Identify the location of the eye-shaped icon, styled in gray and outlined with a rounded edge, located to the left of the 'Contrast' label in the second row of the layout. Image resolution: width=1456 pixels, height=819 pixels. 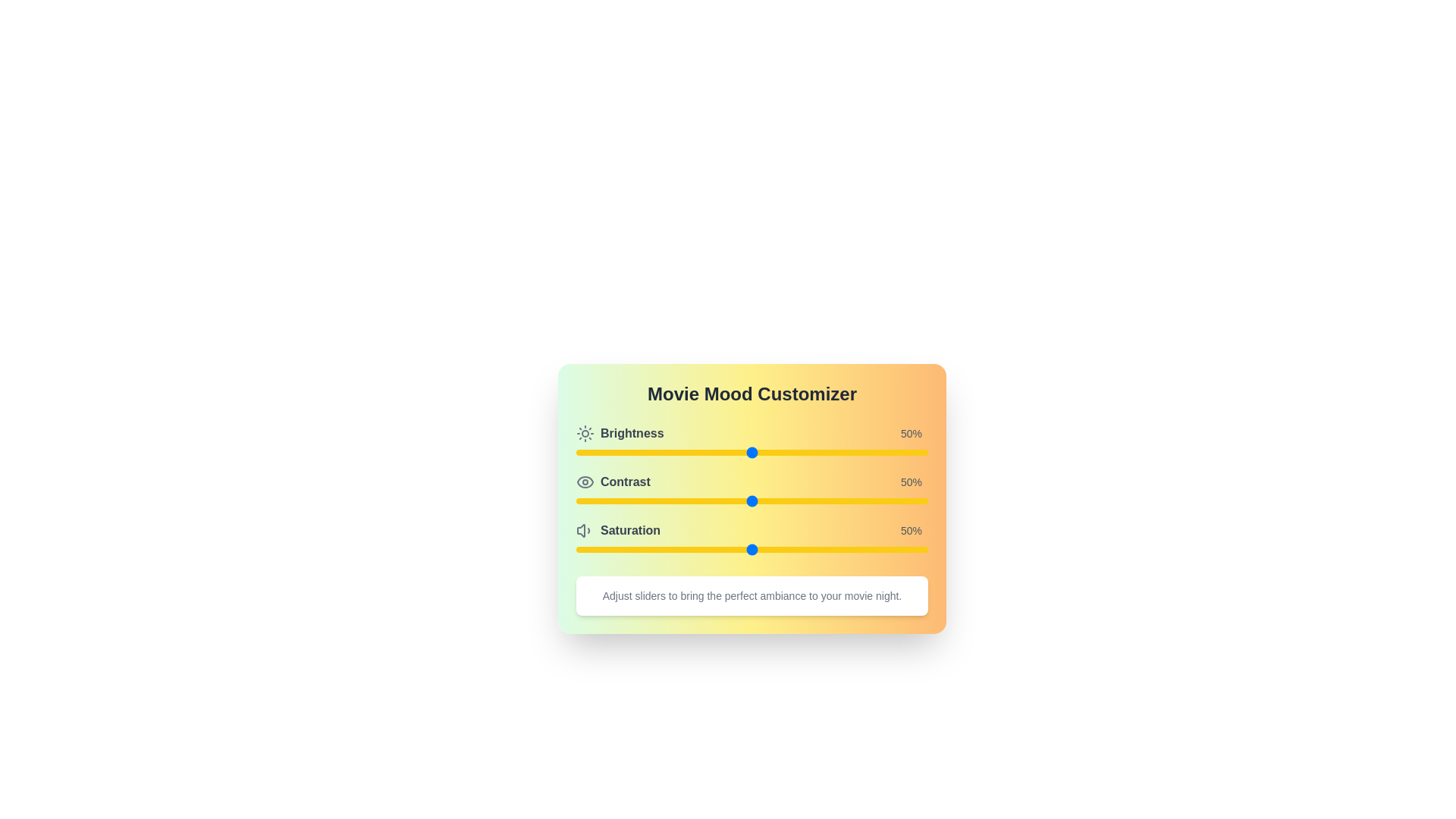
(585, 482).